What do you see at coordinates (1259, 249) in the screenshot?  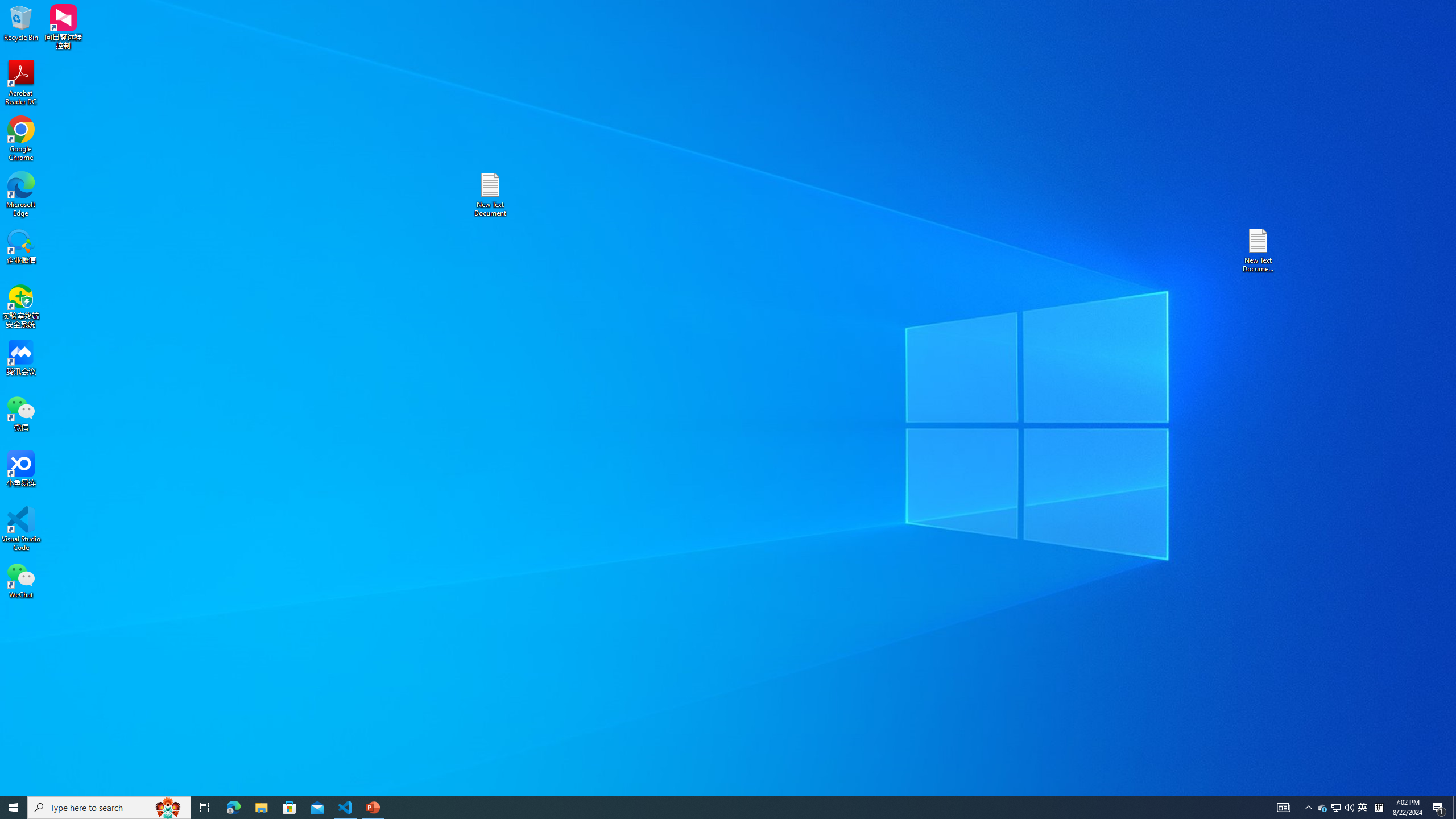 I see `'New Text Document (2)'` at bounding box center [1259, 249].